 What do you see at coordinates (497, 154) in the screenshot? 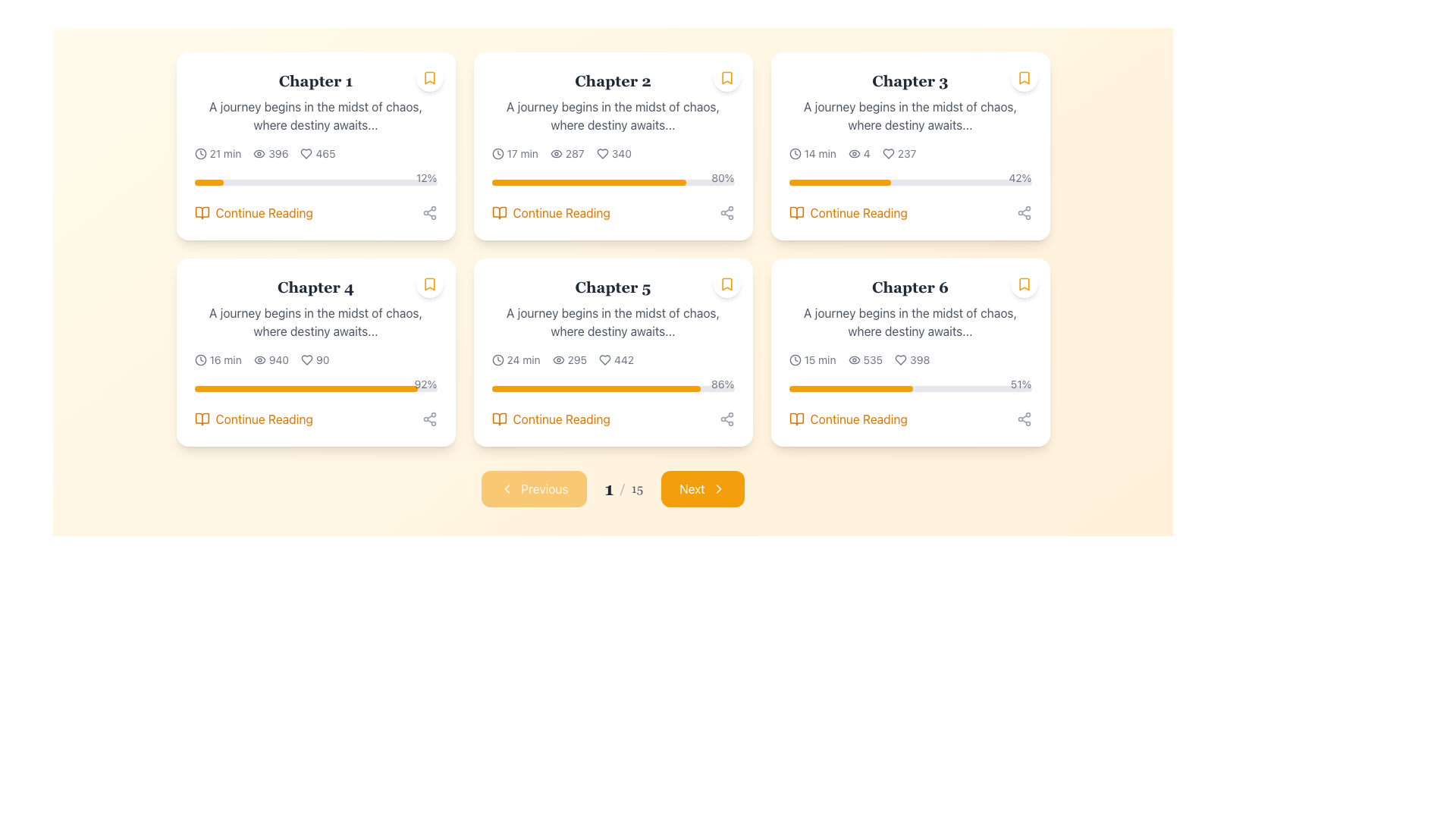
I see `the icon located in the top-left segment of the 'Chapter 2' card, which symbolically represents the duration of '17 min.'` at bounding box center [497, 154].